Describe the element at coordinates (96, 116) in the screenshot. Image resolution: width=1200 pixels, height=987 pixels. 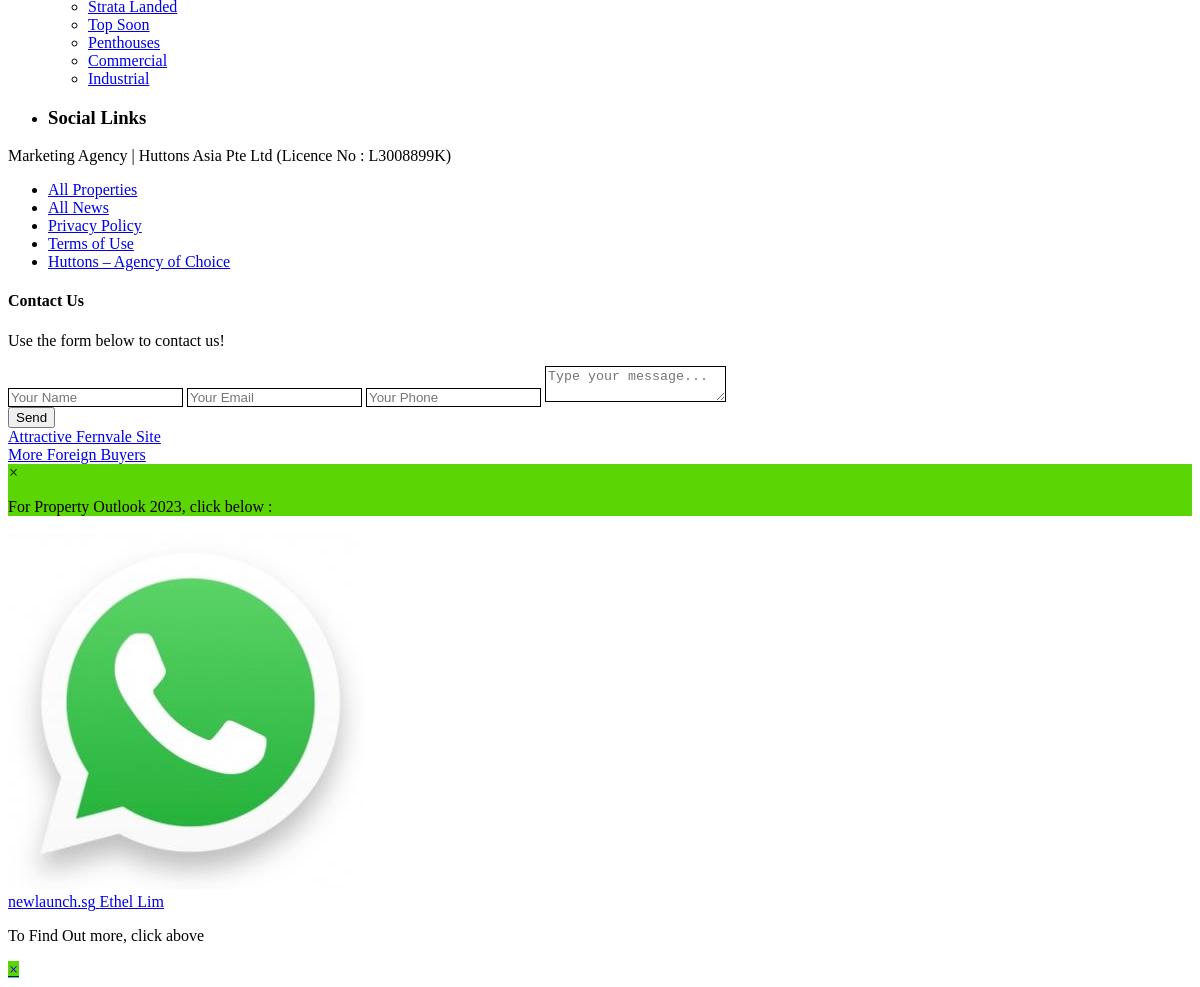
I see `'Social Links'` at that location.